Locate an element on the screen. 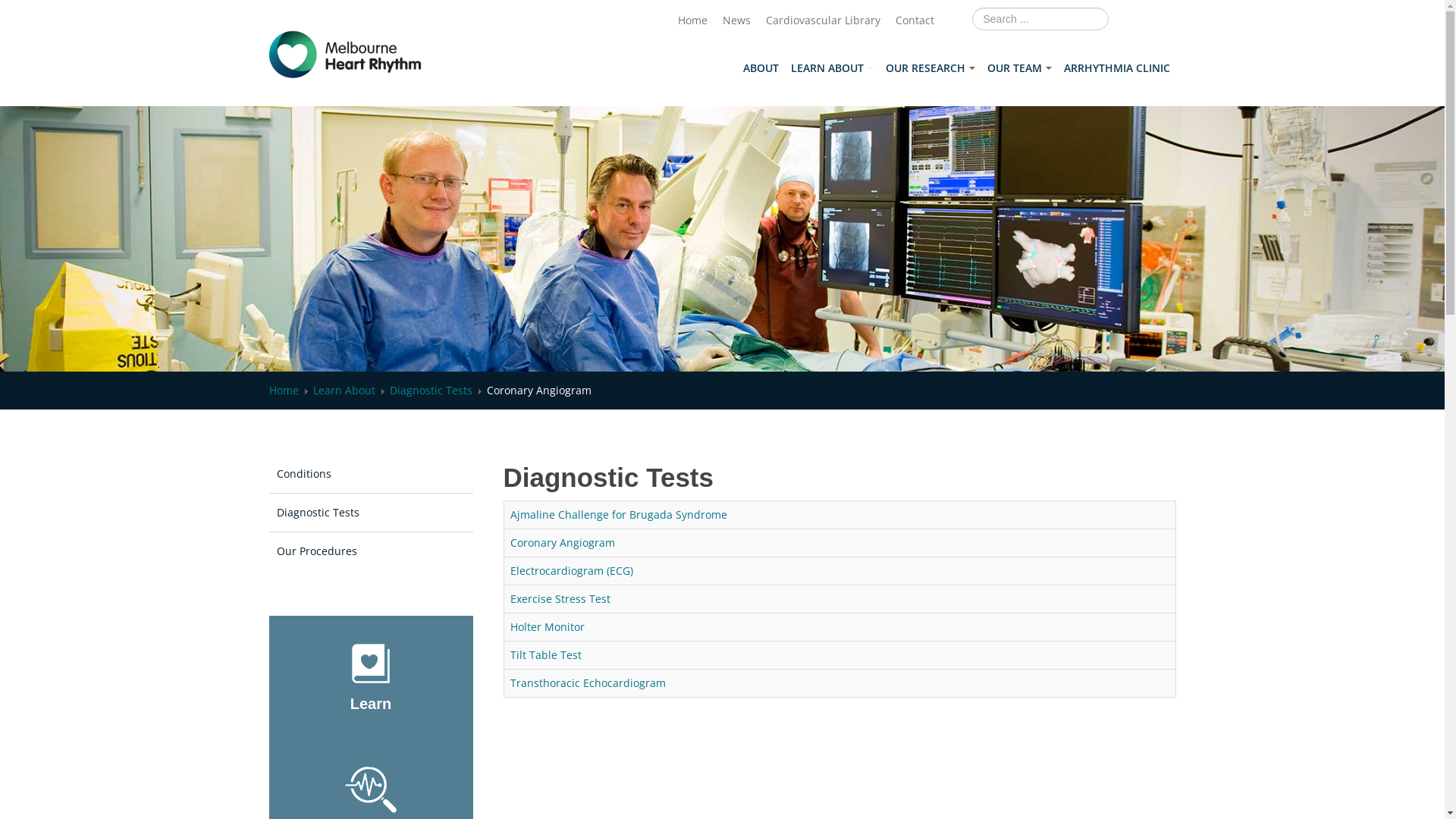 The height and width of the screenshot is (819, 1456). 'Coronary Angiogram' is located at coordinates (560, 541).